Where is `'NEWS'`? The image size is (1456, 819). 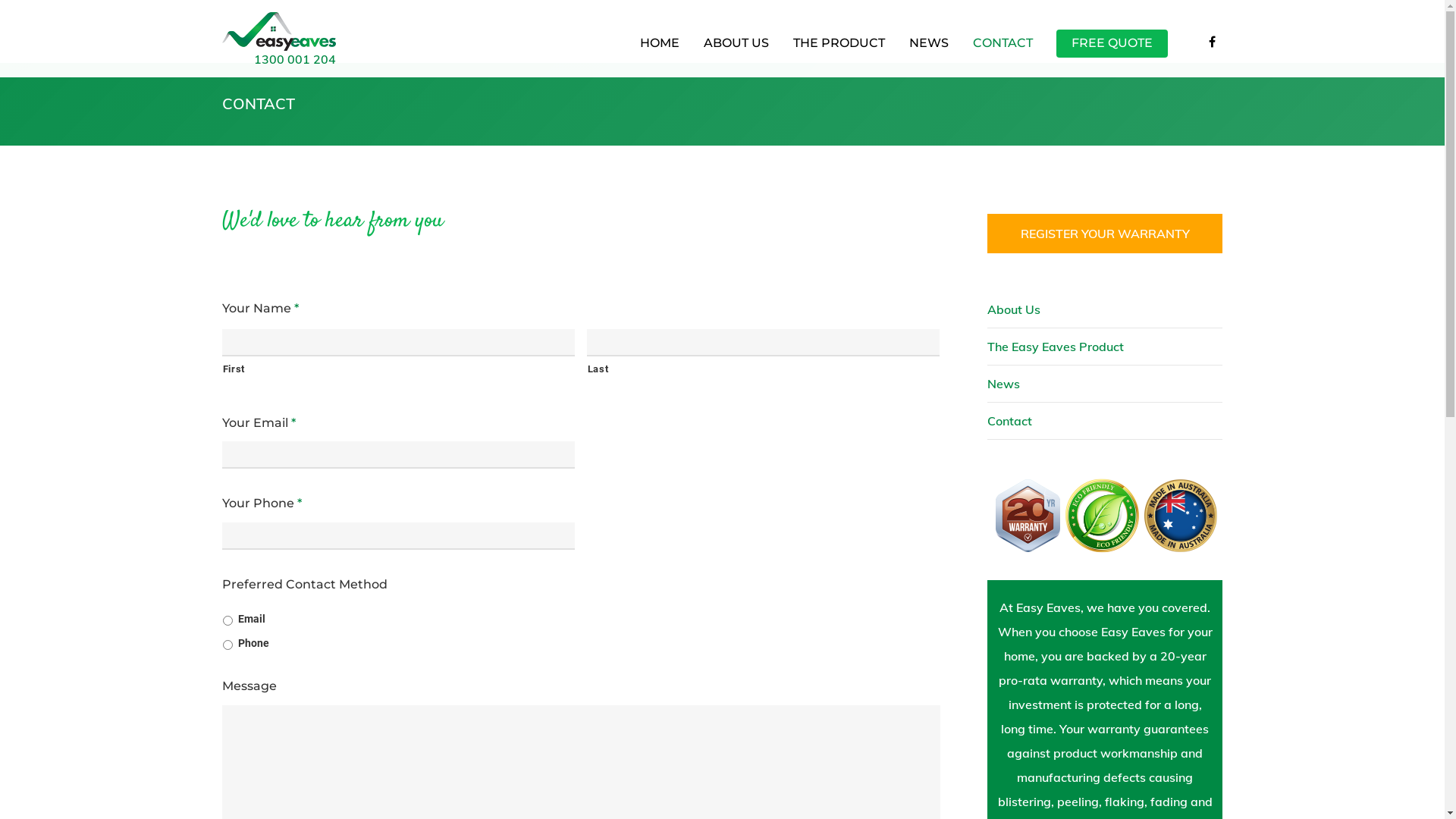 'NEWS' is located at coordinates (927, 49).